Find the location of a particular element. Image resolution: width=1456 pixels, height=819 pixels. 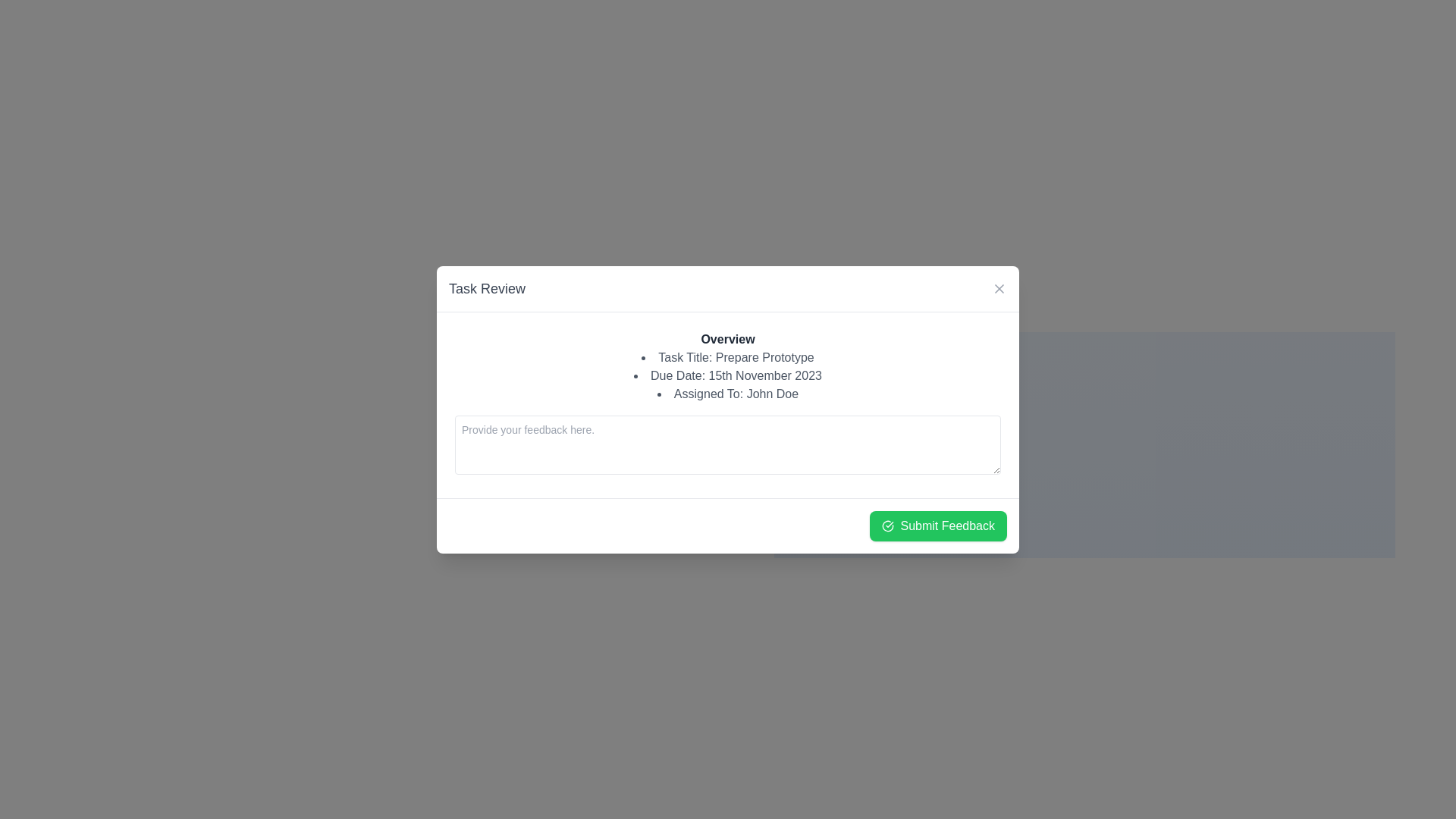

the close button icon (×) located in the top-right corner of the 'Task Review' modal is located at coordinates (999, 288).